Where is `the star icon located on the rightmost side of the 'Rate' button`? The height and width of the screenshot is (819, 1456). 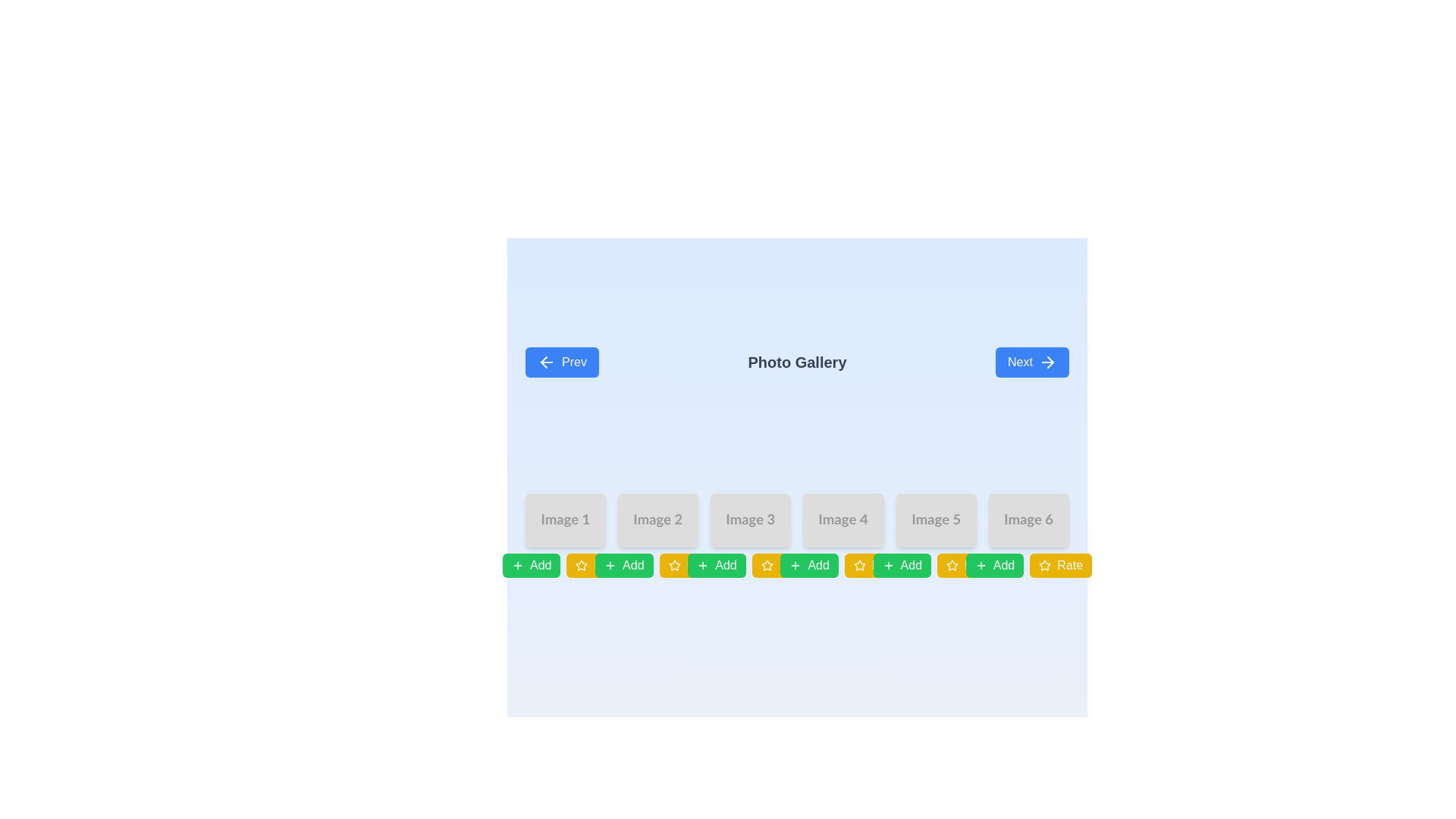
the star icon located on the rightmost side of the 'Rate' button is located at coordinates (673, 565).